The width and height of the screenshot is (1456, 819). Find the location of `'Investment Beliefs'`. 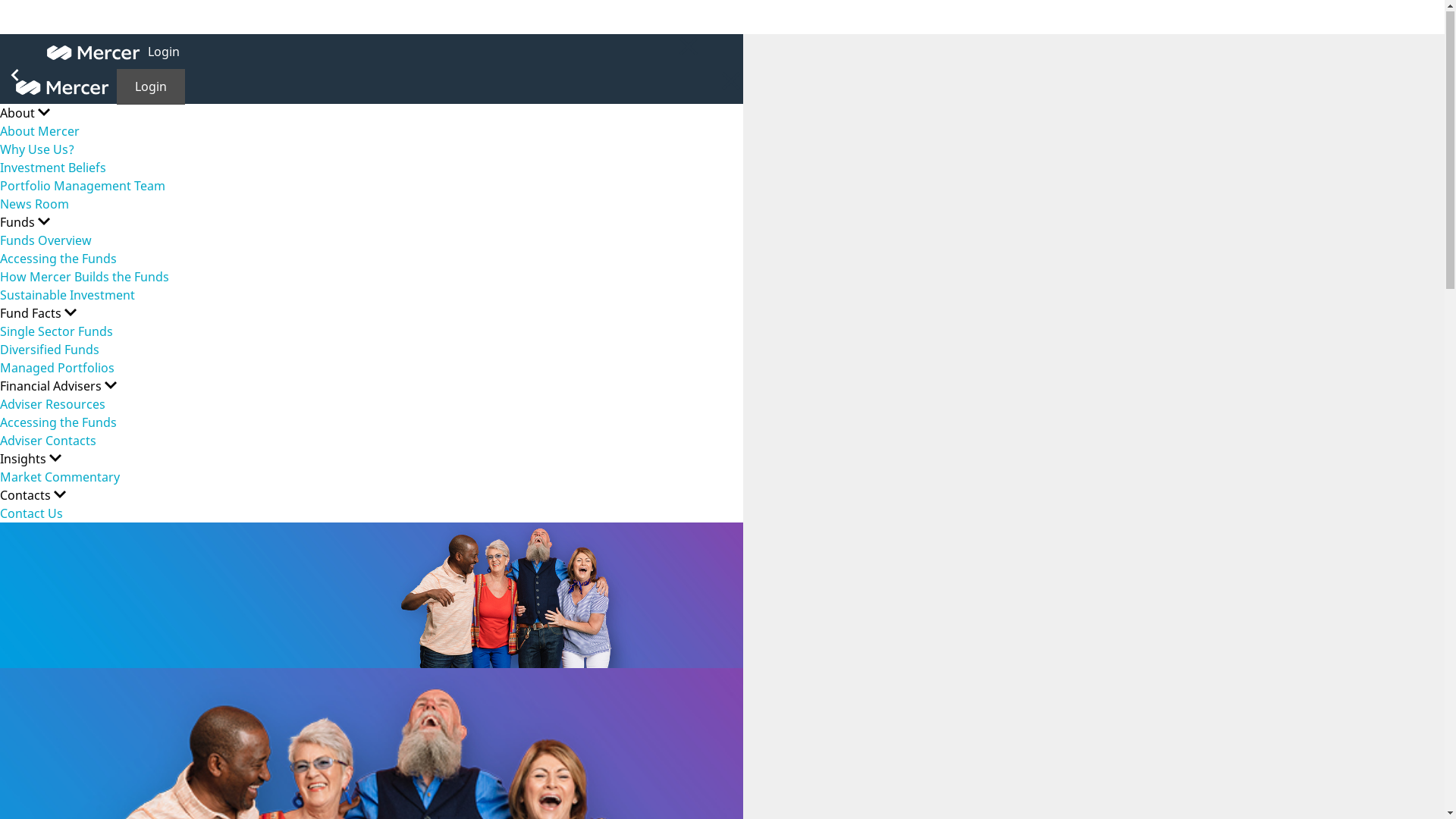

'Investment Beliefs' is located at coordinates (53, 168).